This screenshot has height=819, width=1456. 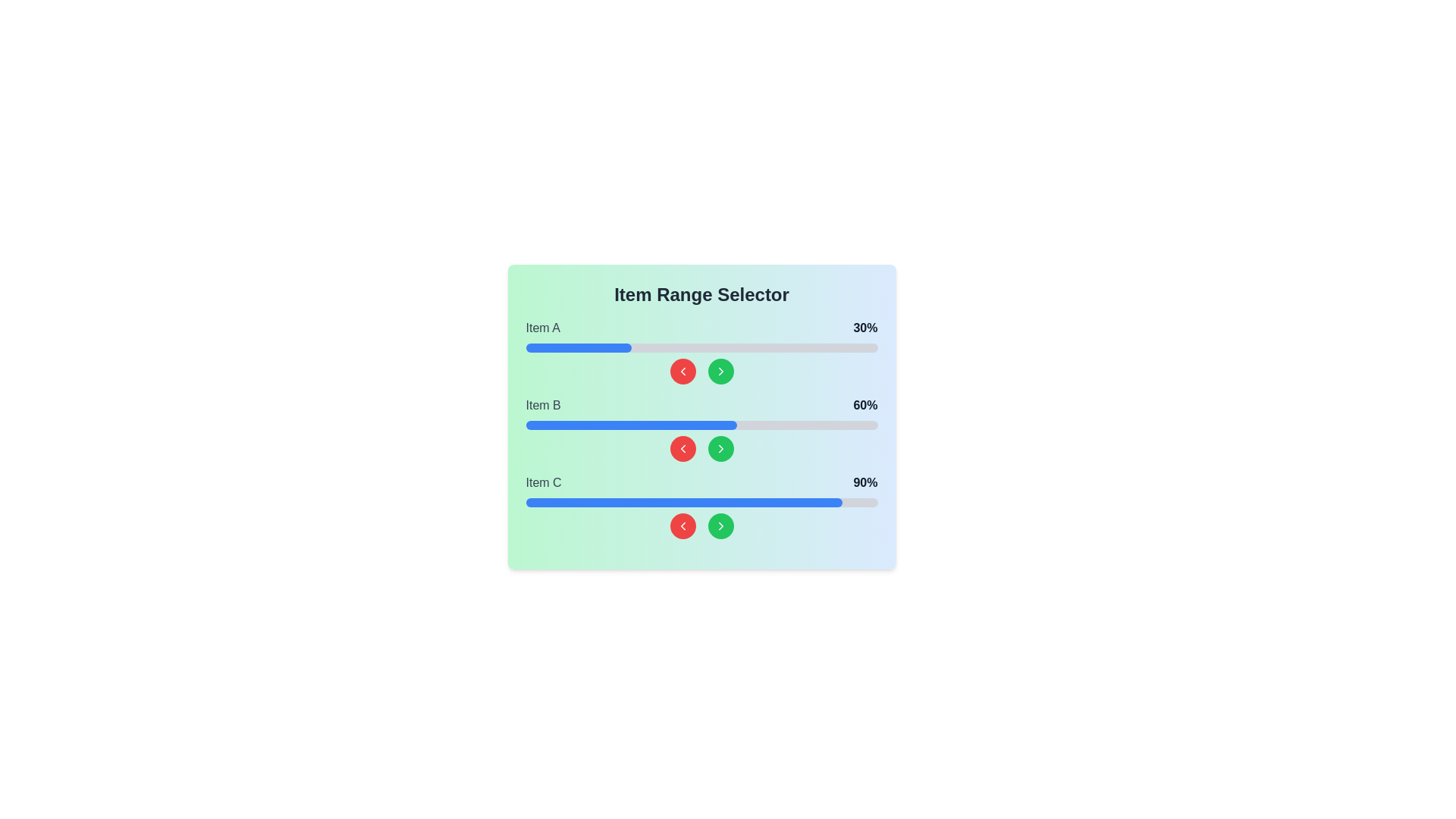 What do you see at coordinates (720, 447) in the screenshot?
I see `the forward increment button, which is positioned within a green circular background and is aligned with the progress bar and 'Item C' label` at bounding box center [720, 447].